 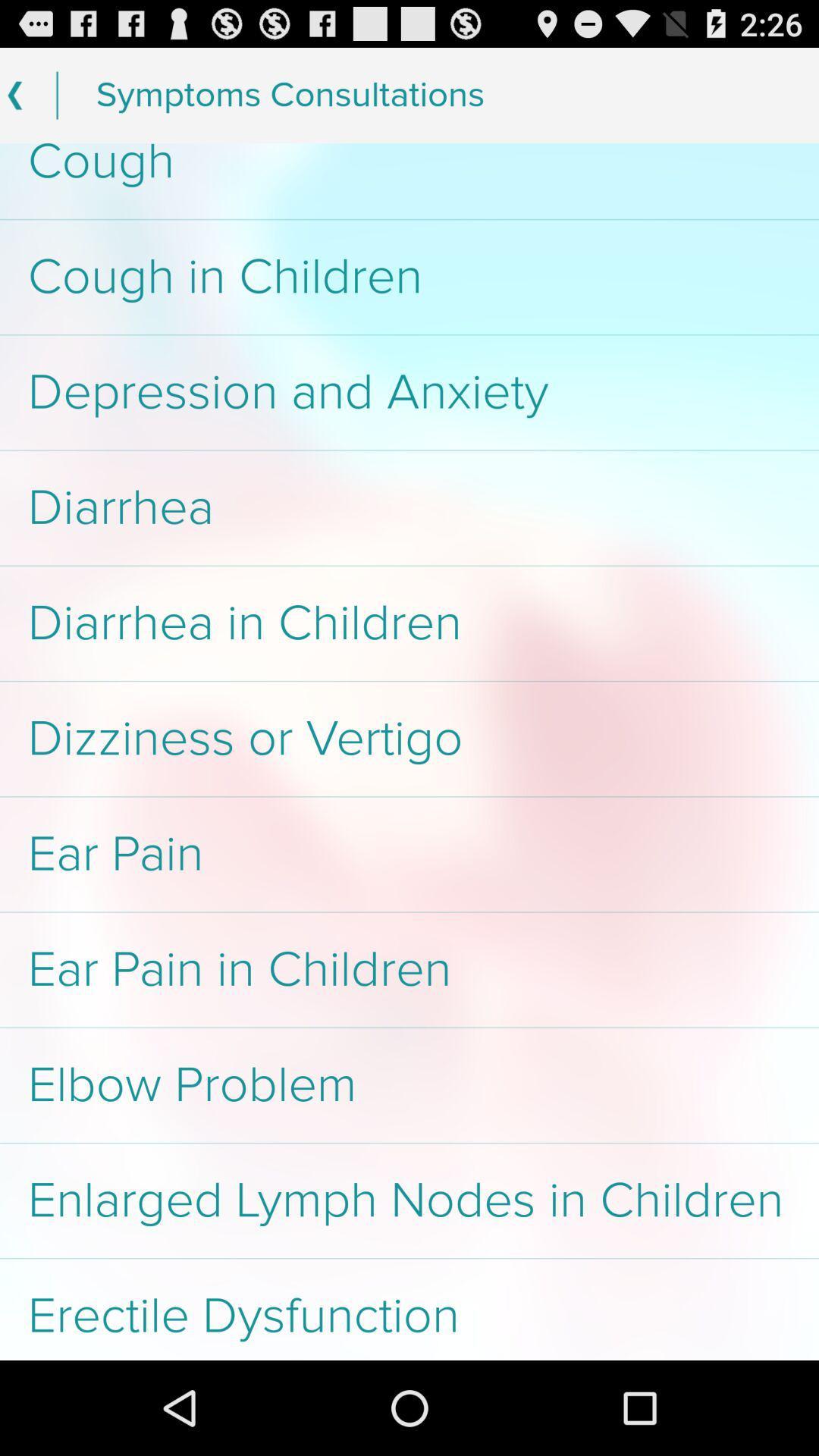 I want to click on the app above the enlarged lymph nodes item, so click(x=409, y=1084).